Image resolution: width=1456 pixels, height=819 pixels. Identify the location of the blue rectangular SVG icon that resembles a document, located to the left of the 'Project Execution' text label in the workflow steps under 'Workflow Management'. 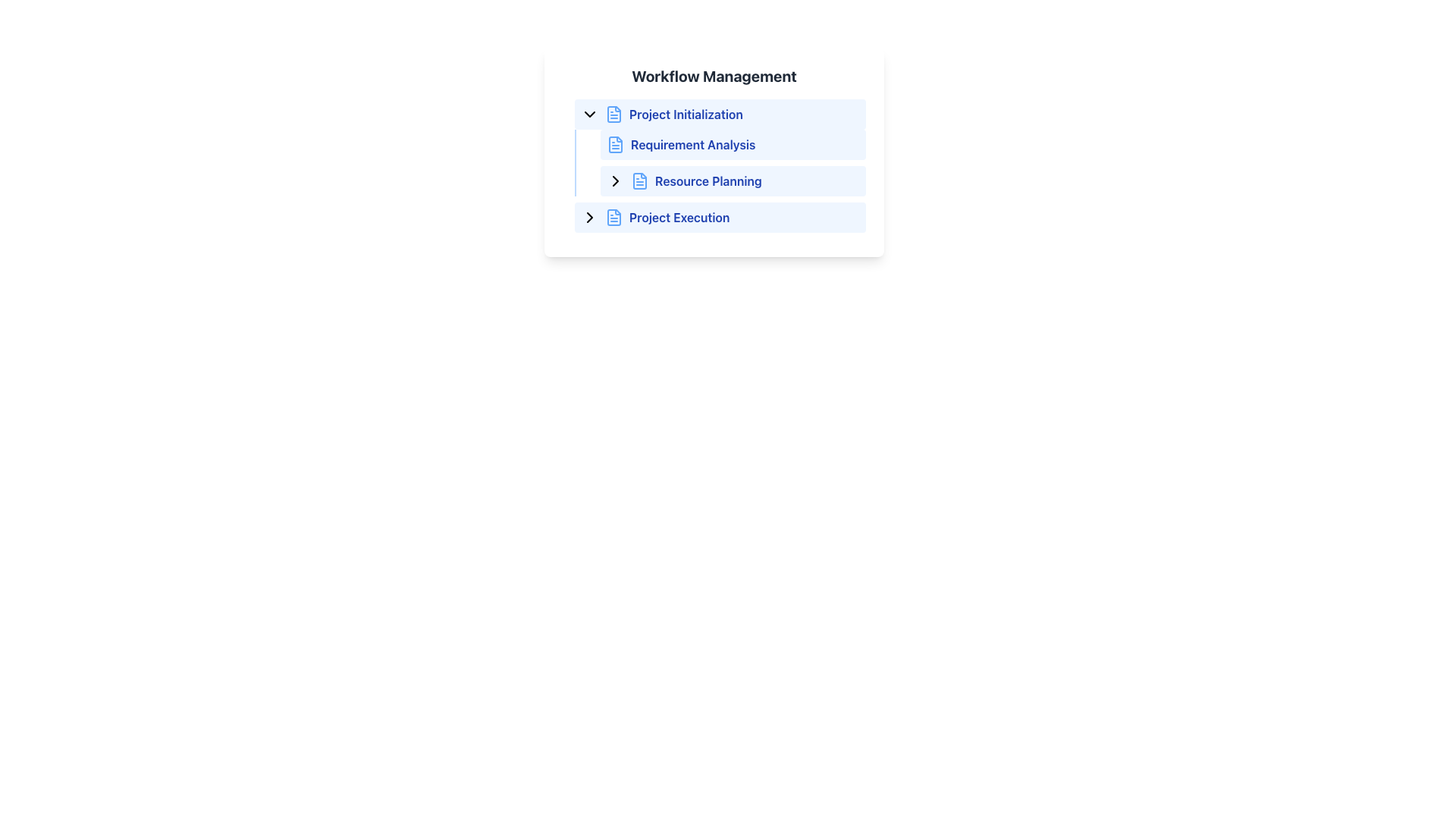
(614, 217).